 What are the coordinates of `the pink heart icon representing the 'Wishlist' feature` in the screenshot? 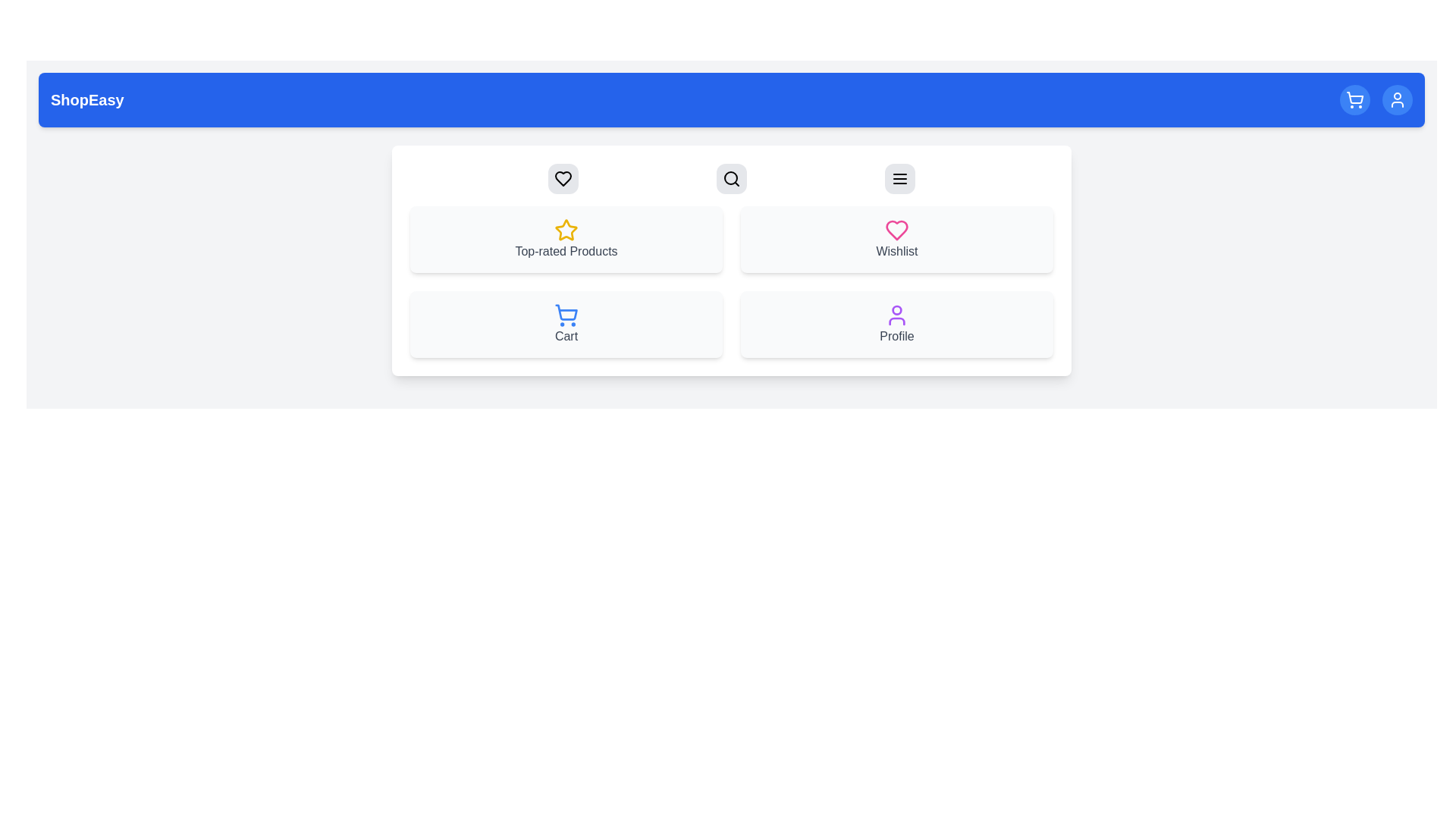 It's located at (896, 231).